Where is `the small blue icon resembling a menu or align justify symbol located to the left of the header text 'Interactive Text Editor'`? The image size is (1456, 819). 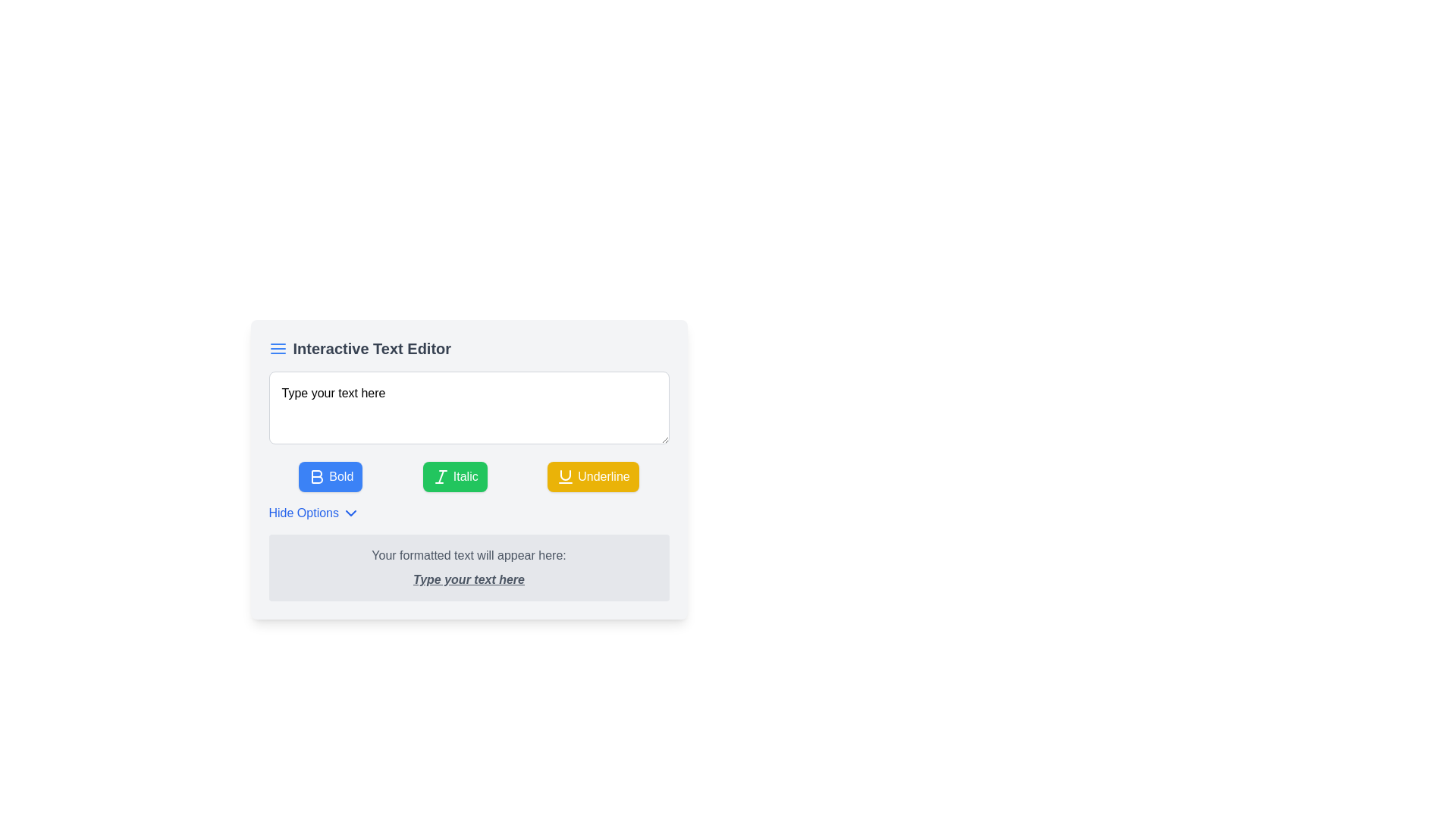 the small blue icon resembling a menu or align justify symbol located to the left of the header text 'Interactive Text Editor' is located at coordinates (278, 348).